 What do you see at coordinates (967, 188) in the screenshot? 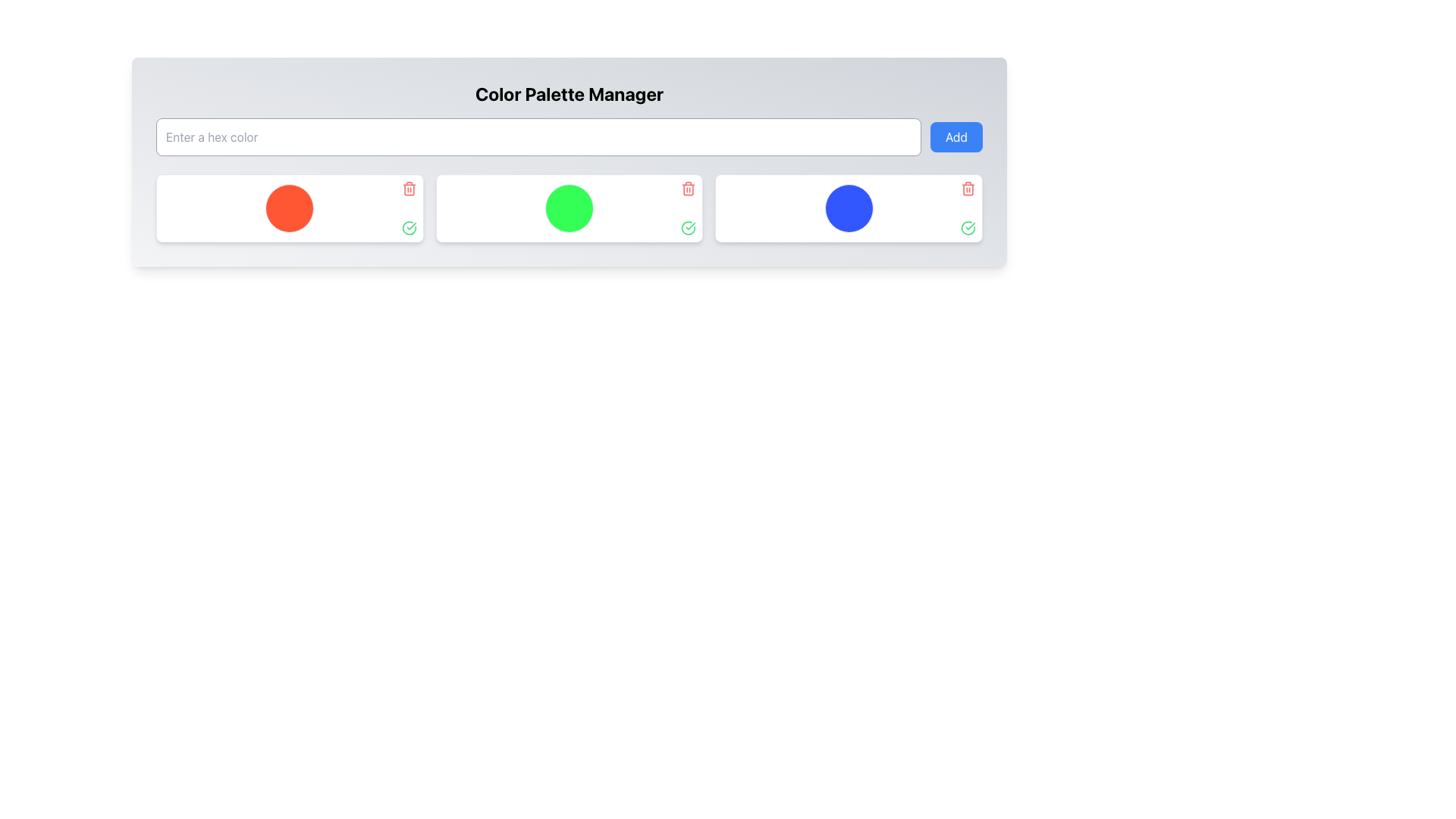
I see `the delete button located at the upper-right corner of the rightmost card, which is used` at bounding box center [967, 188].